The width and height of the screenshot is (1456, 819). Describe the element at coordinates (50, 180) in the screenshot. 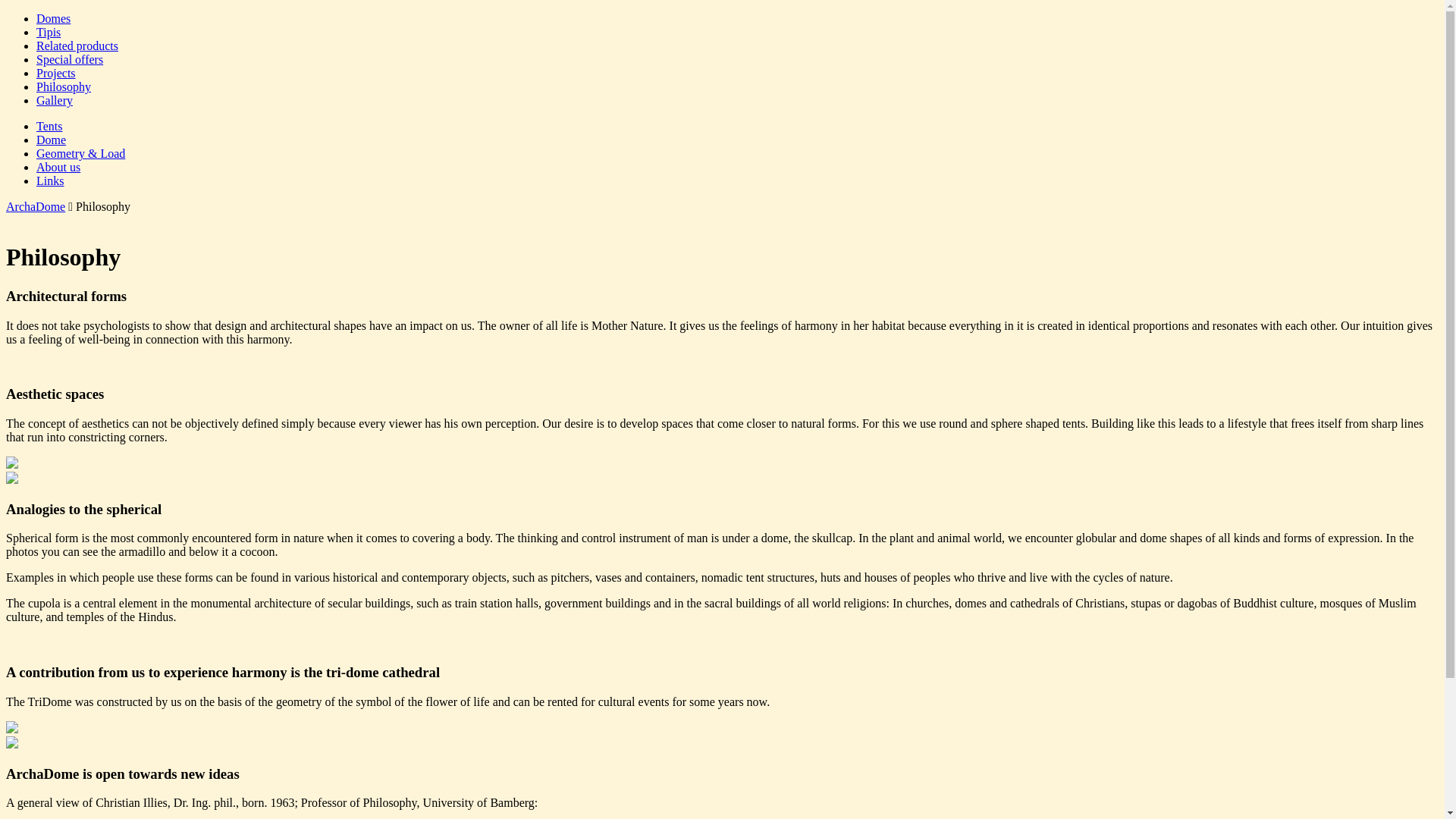

I see `'Links'` at that location.